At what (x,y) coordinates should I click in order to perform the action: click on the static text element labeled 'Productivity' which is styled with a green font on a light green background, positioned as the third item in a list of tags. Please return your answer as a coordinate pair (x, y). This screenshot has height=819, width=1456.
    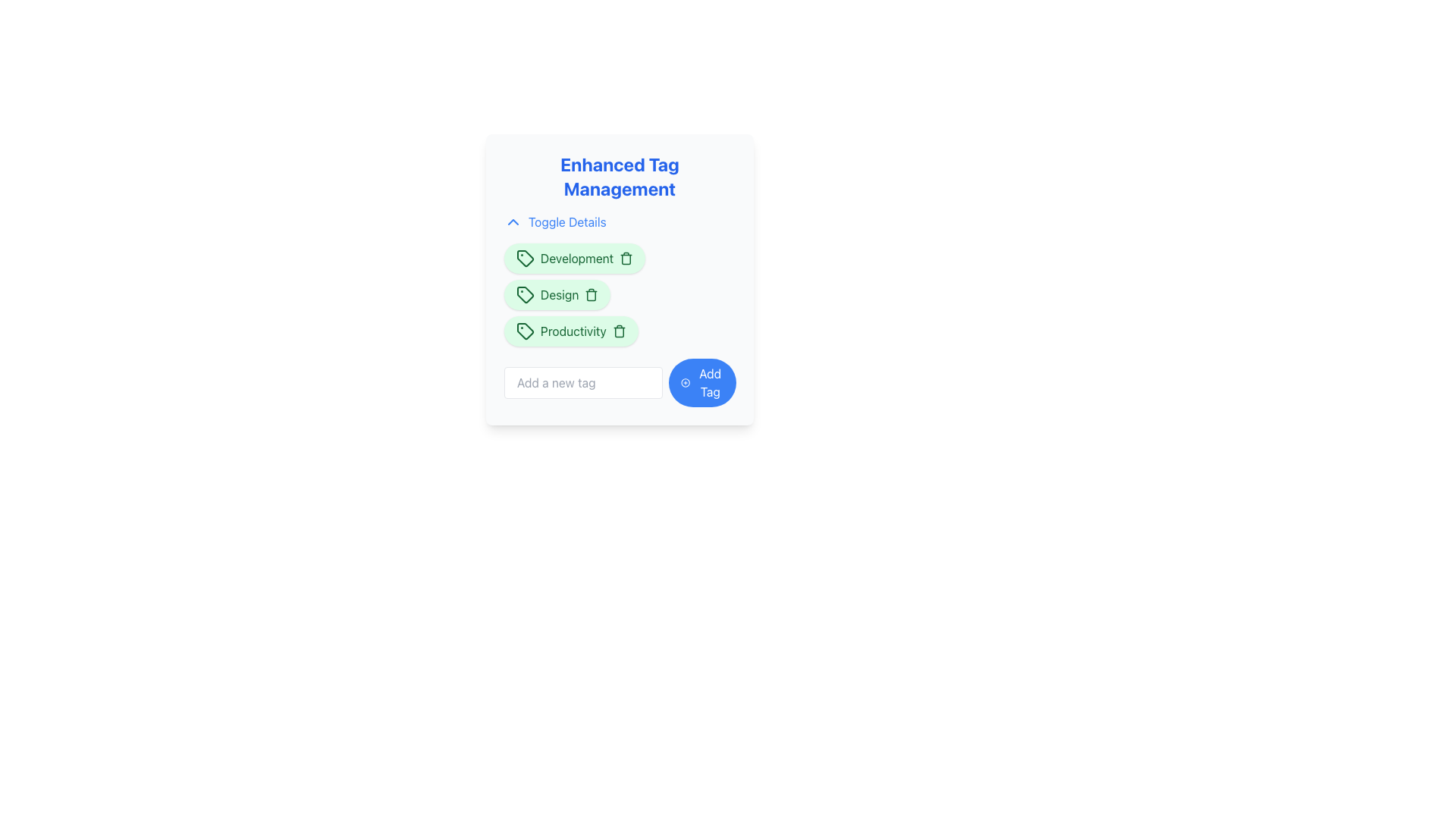
    Looking at the image, I should click on (573, 330).